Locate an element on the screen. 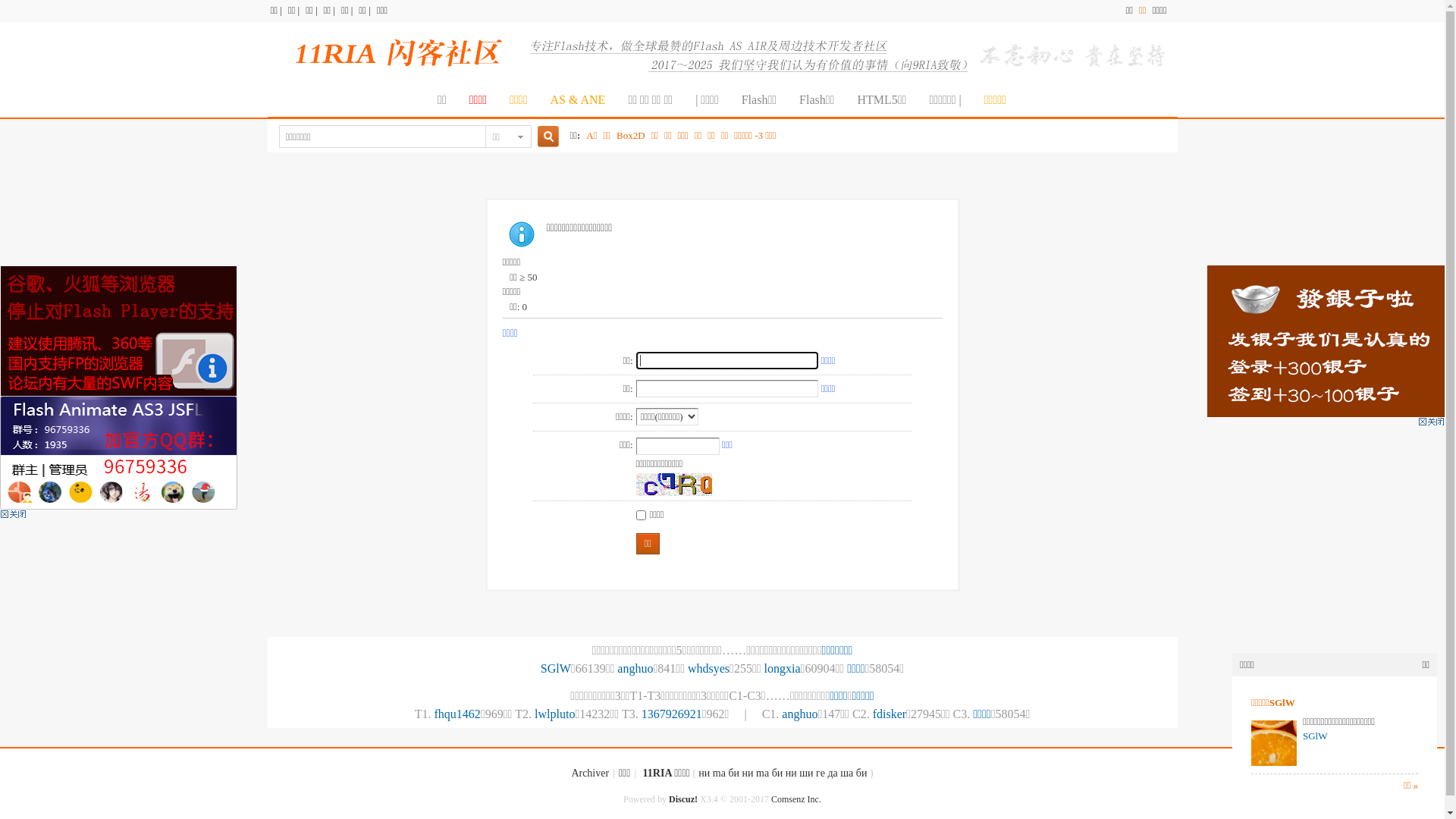 The image size is (1456, 819). 'Archiver' is located at coordinates (588, 773).